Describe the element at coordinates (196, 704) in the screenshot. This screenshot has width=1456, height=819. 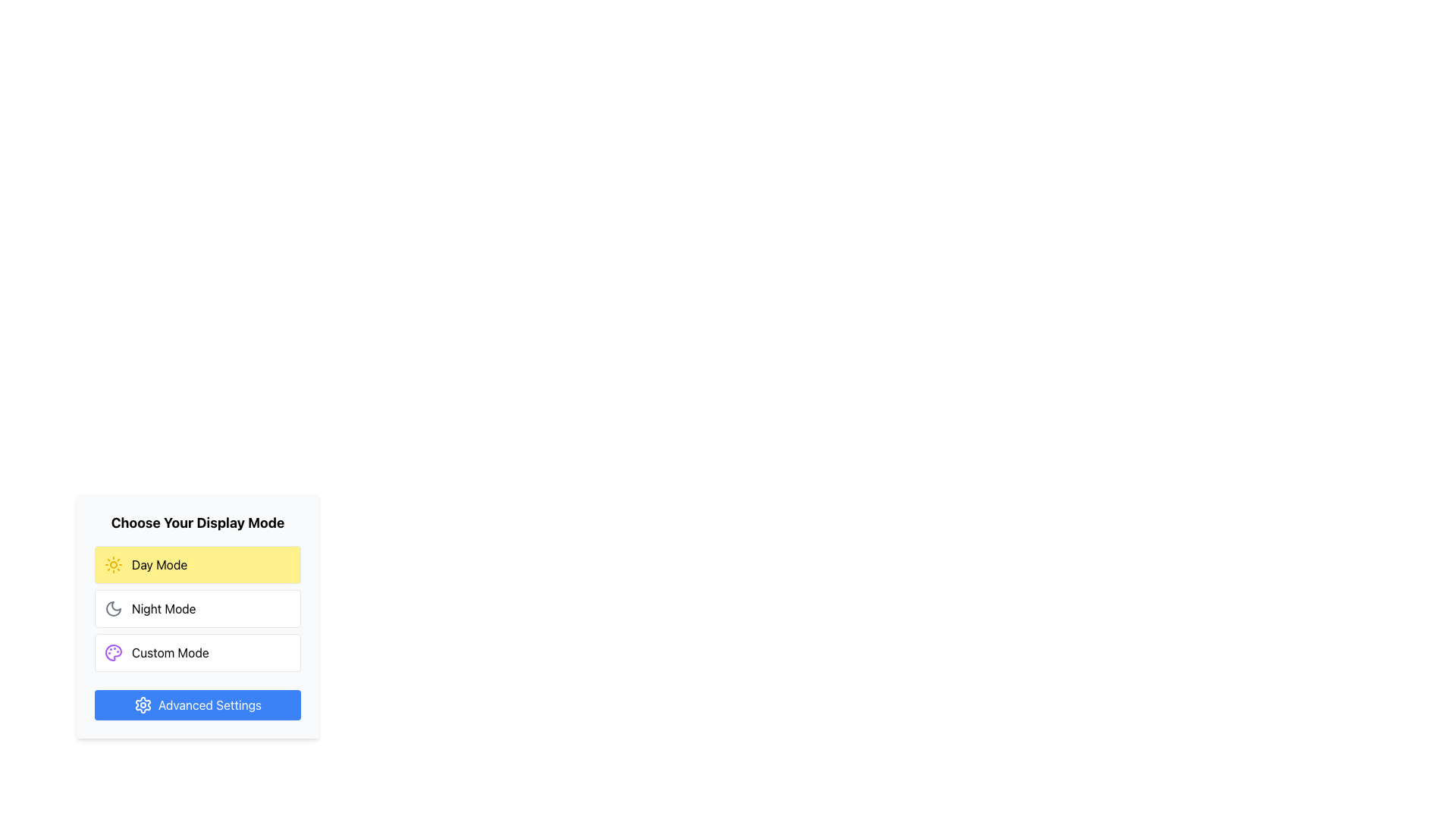
I see `the 'Advanced Settings' button, which is a rounded rectangular blue button with white text, located below the 'Custom Mode' option in the 'Choose Your Display Mode' section` at that location.